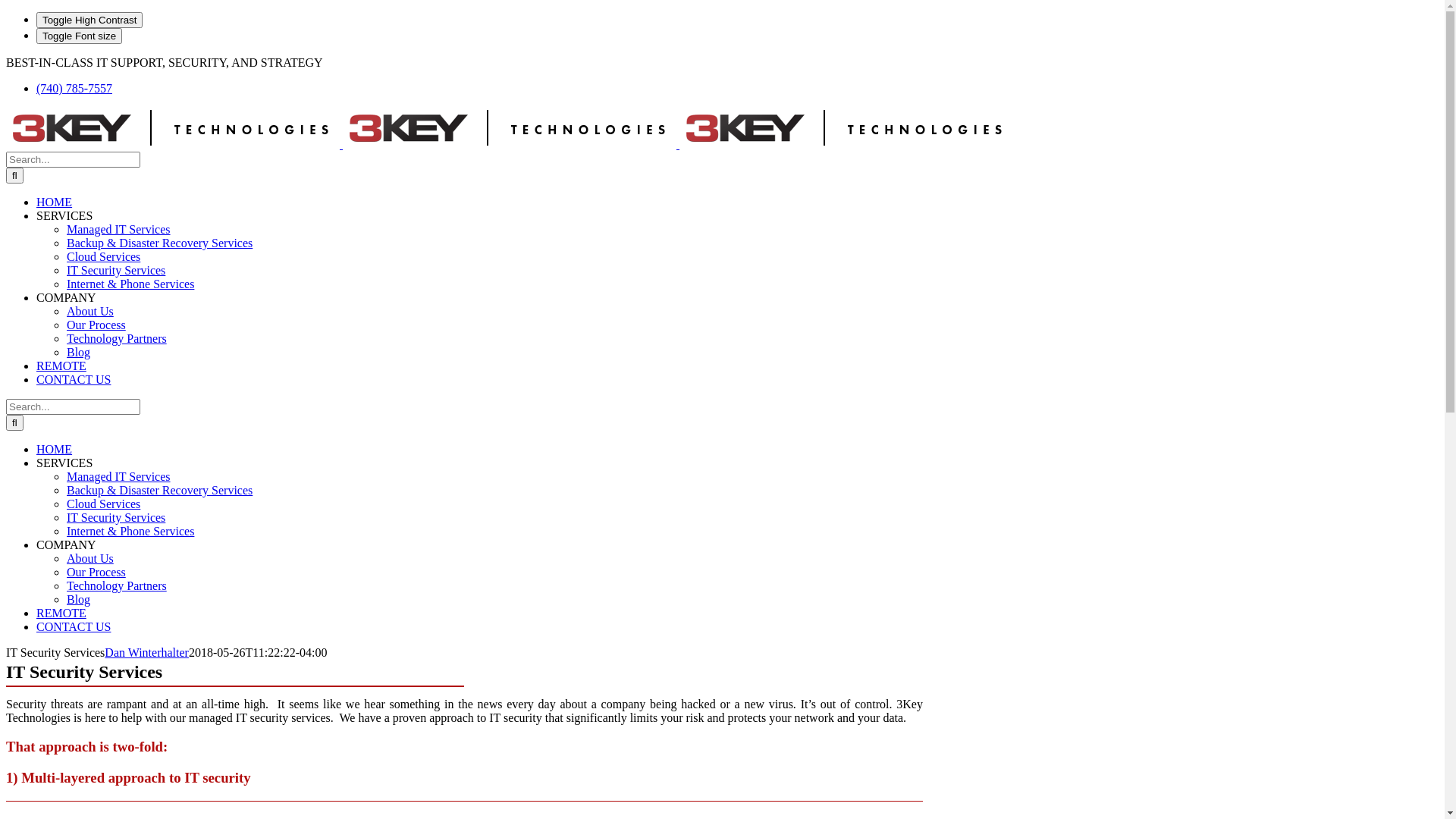 The height and width of the screenshot is (819, 1456). Describe the element at coordinates (89, 20) in the screenshot. I see `'Toggle High Contrast'` at that location.